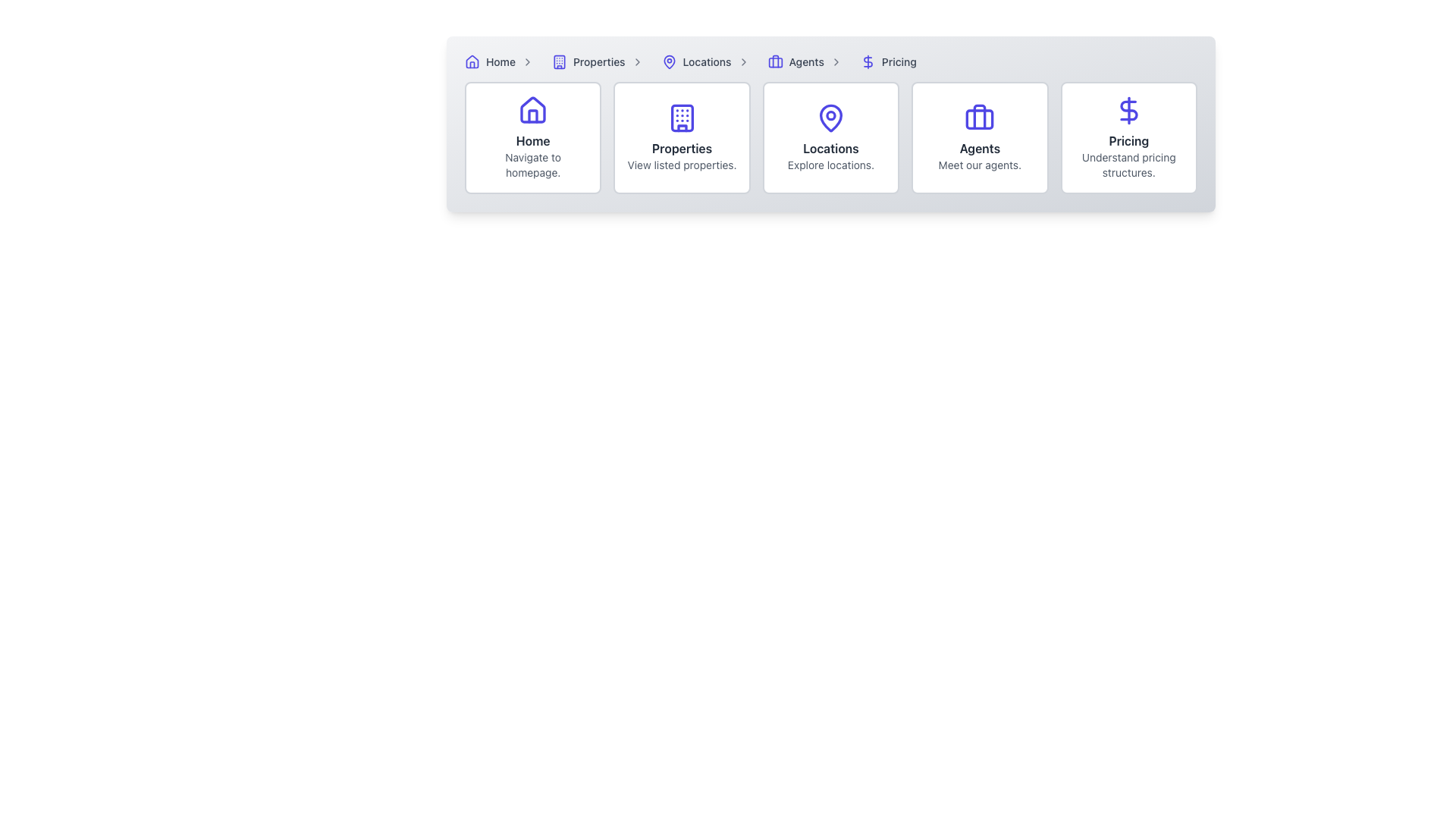  Describe the element at coordinates (775, 61) in the screenshot. I see `the graphical vector SVG component that represents the briefcase icon in the navigation bar, adjacent to the 'Agents' menu entry` at that location.